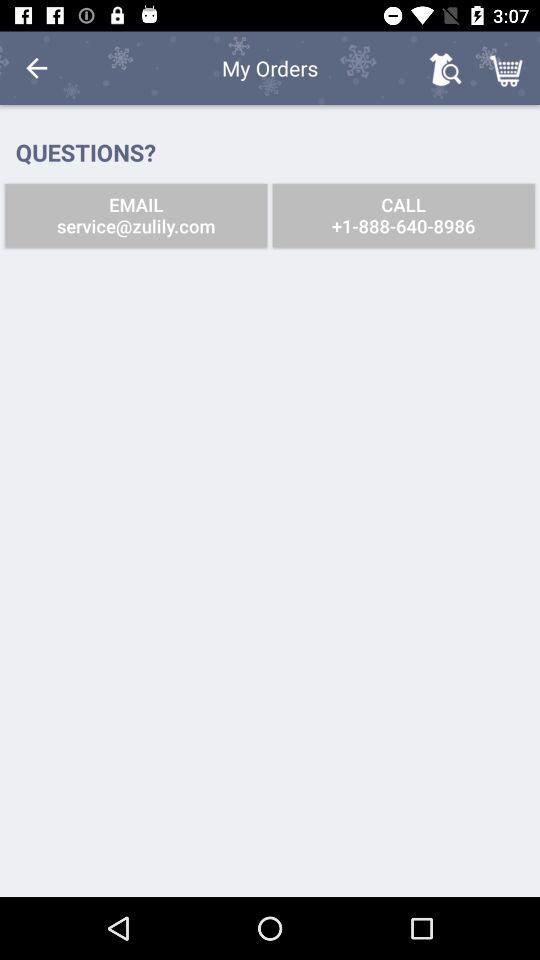 The image size is (540, 960). Describe the element at coordinates (403, 215) in the screenshot. I see `the call 1 888` at that location.